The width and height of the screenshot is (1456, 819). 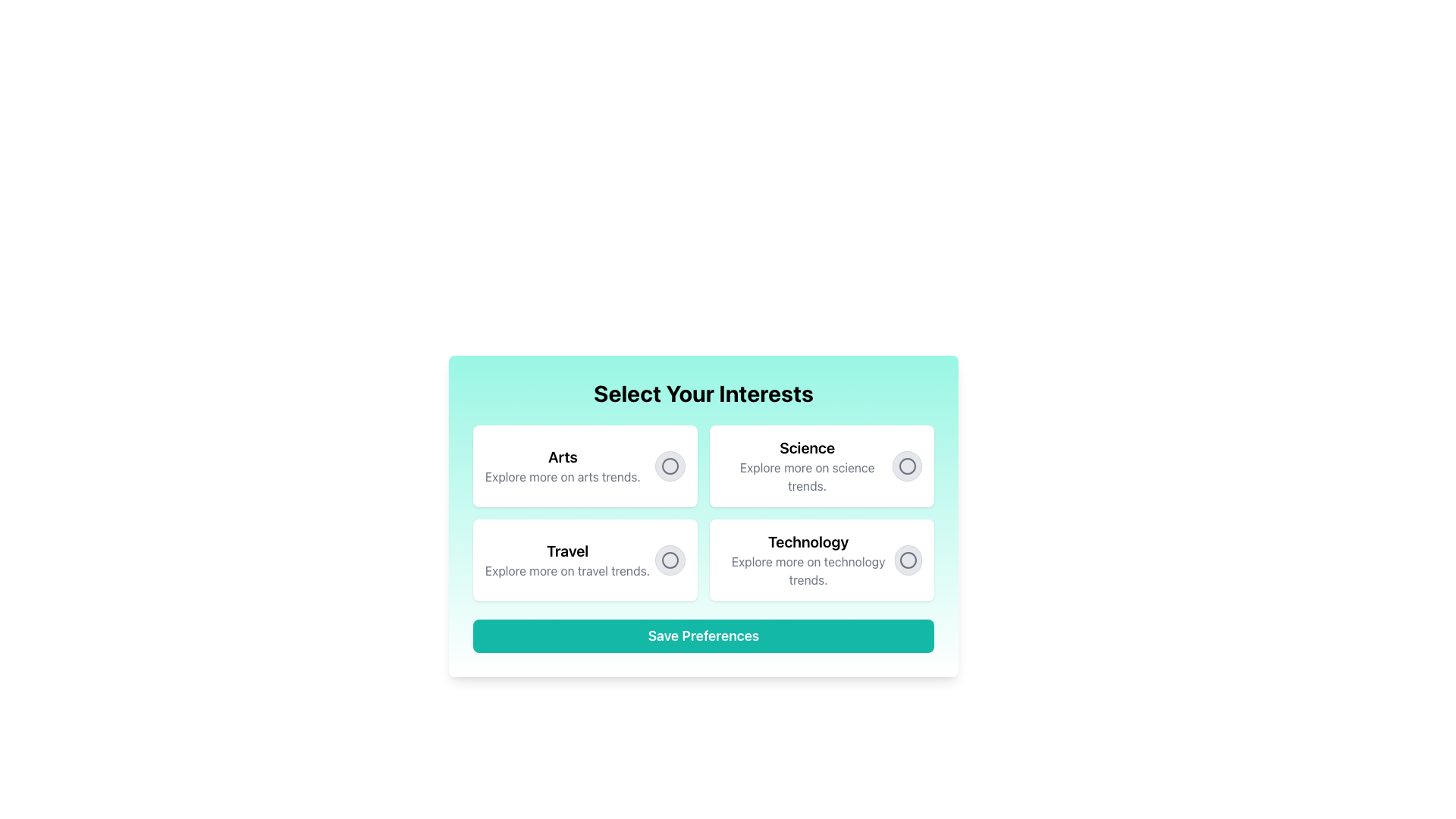 What do you see at coordinates (821, 560) in the screenshot?
I see `the radio button on the 'Technology' card located in the bottom-right section of the grid` at bounding box center [821, 560].